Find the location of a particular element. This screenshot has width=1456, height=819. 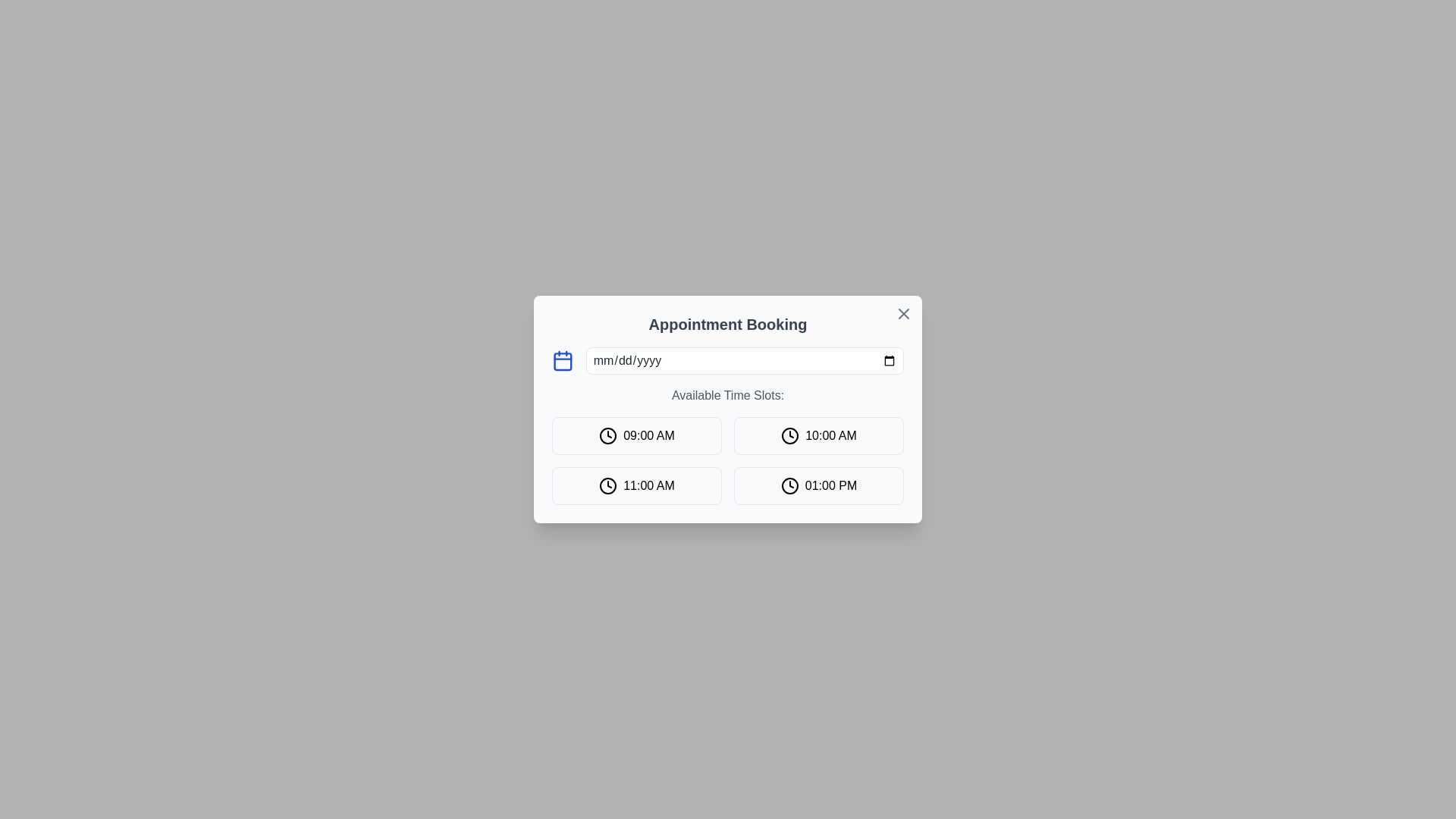

the SVG icon representing time selection functionality, located in the button widget at the bottom right of the appointment booking interface is located at coordinates (789, 485).